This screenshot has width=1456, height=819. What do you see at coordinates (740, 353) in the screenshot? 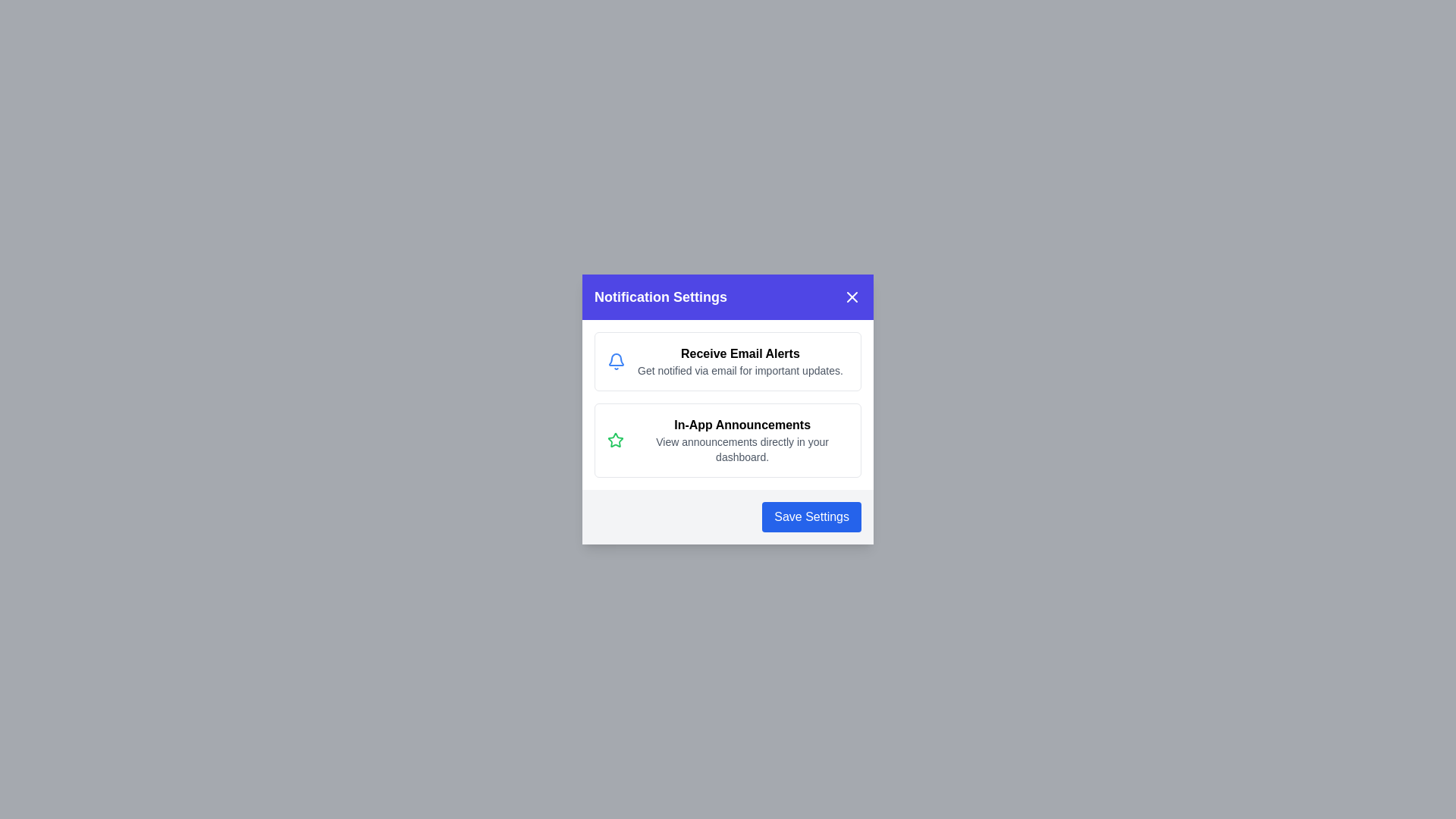
I see `the text element Receive Email Alerts to enable selection or copying` at bounding box center [740, 353].